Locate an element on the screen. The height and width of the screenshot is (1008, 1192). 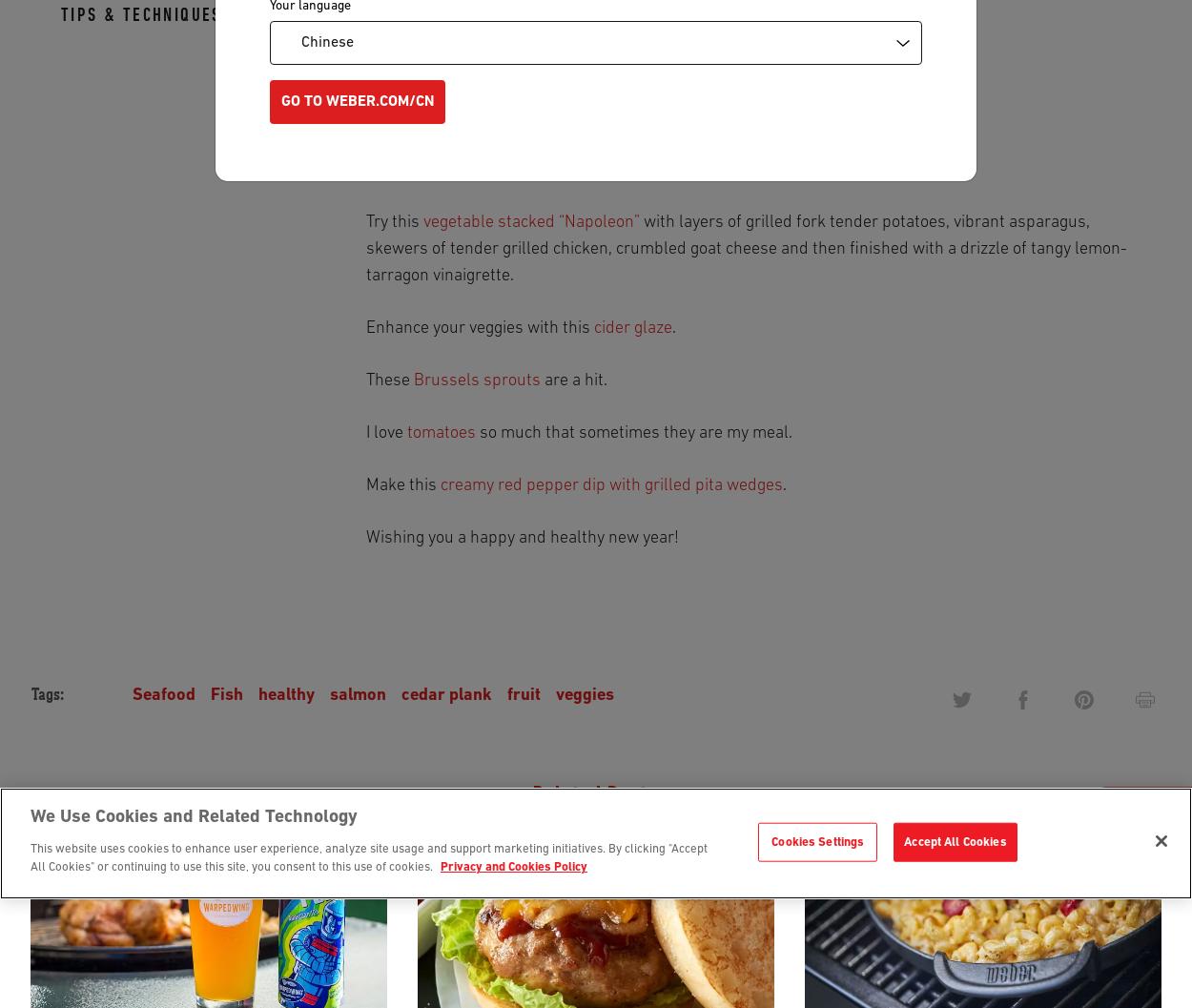
'I love' is located at coordinates (365, 433).